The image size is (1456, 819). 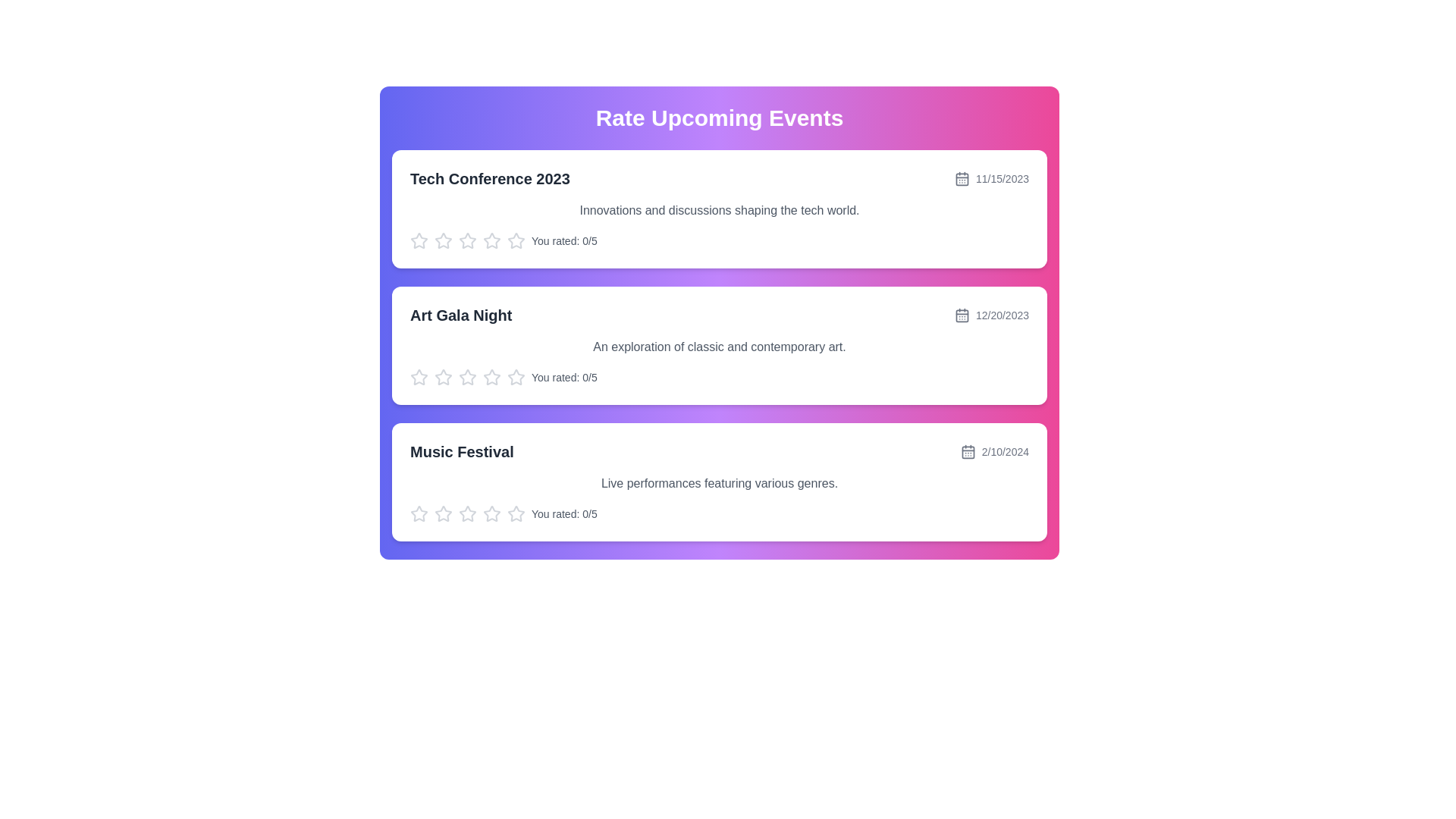 What do you see at coordinates (443, 376) in the screenshot?
I see `the third star icon in the rating system under the 'Art Gala Night' event card` at bounding box center [443, 376].